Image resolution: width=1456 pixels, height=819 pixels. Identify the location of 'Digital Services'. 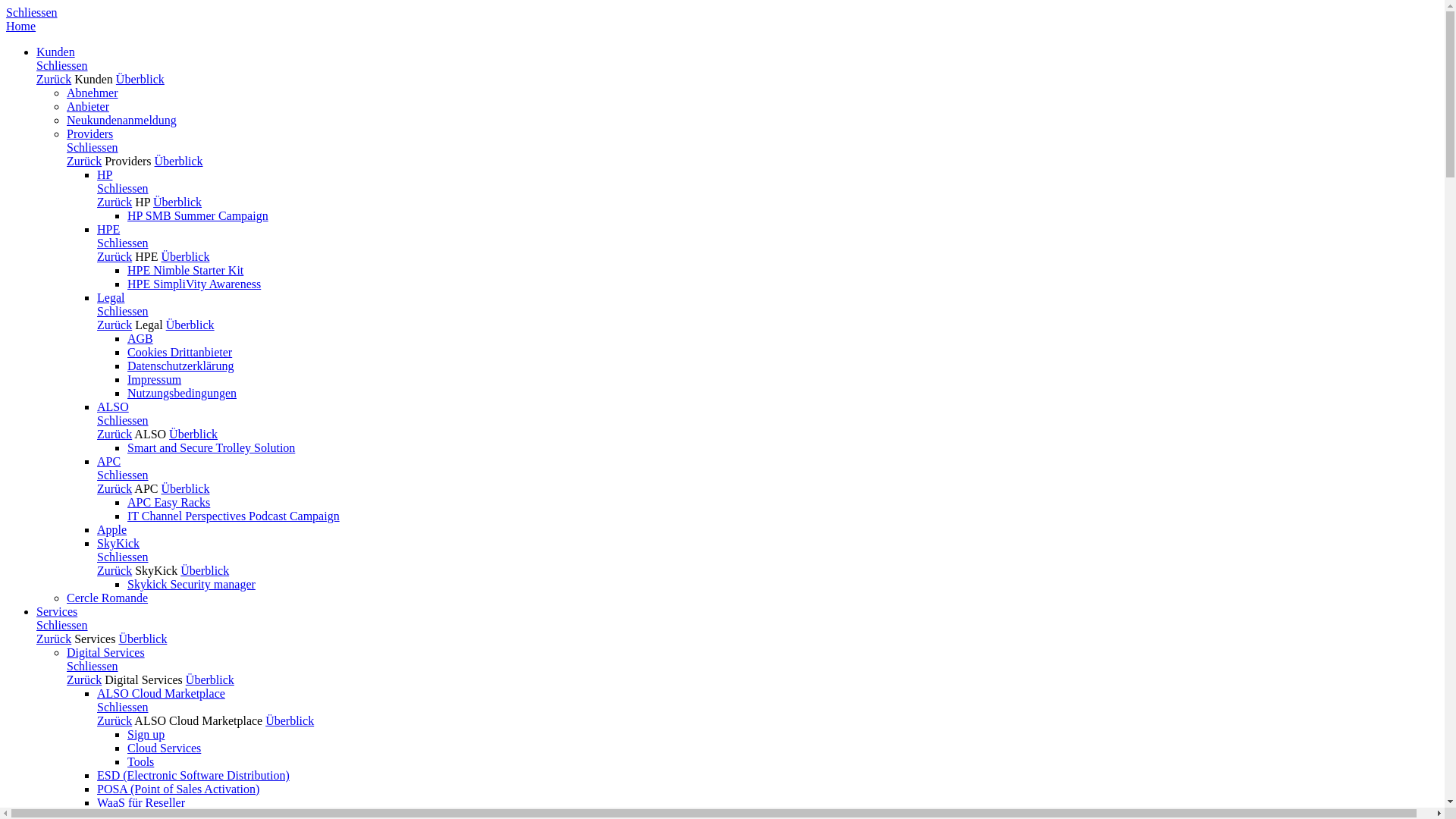
(143, 679).